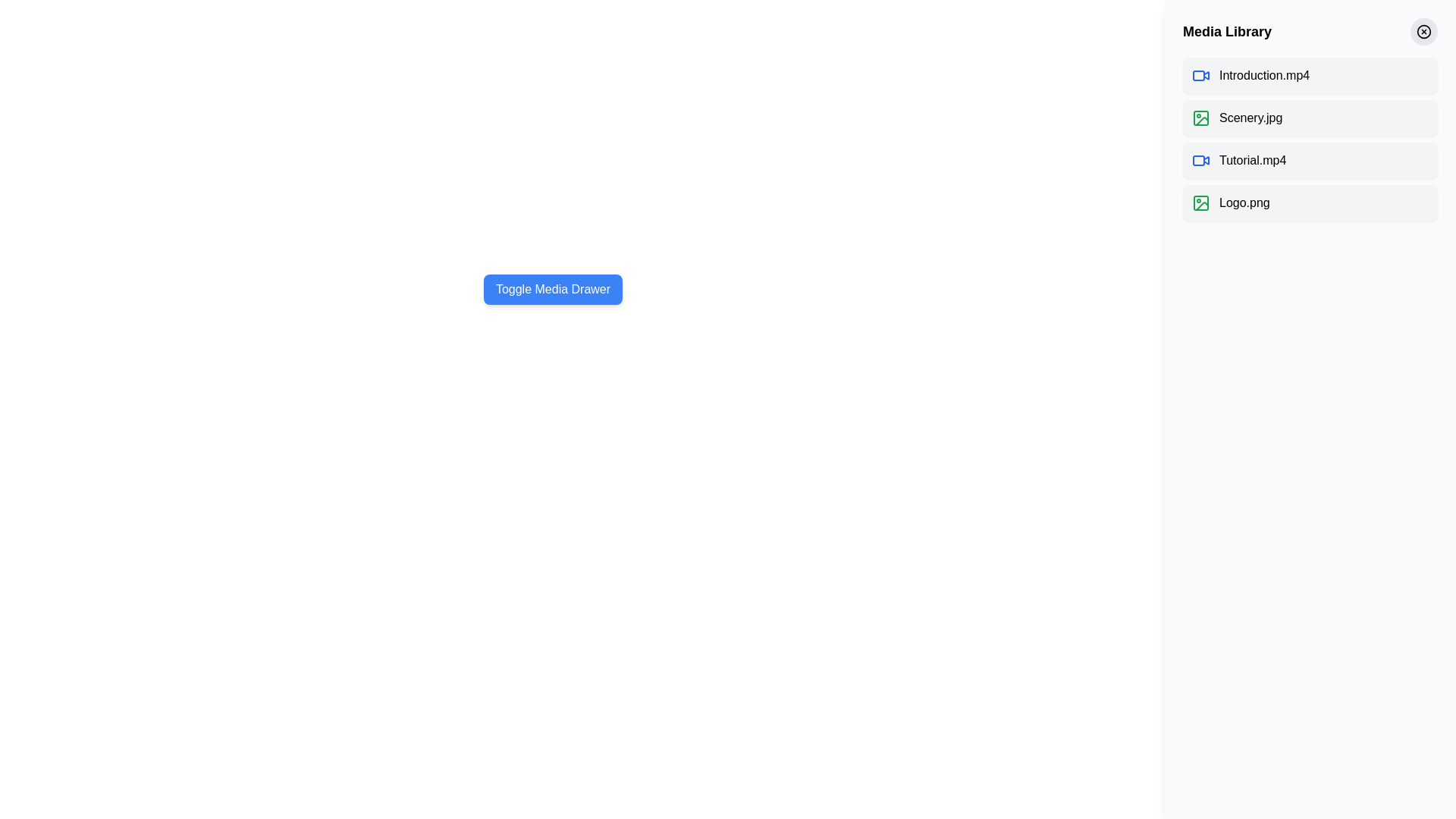  I want to click on the video icon representing 'Introduction.mp4' located at the beginning of the media item list in the Media Library, so click(1200, 76).